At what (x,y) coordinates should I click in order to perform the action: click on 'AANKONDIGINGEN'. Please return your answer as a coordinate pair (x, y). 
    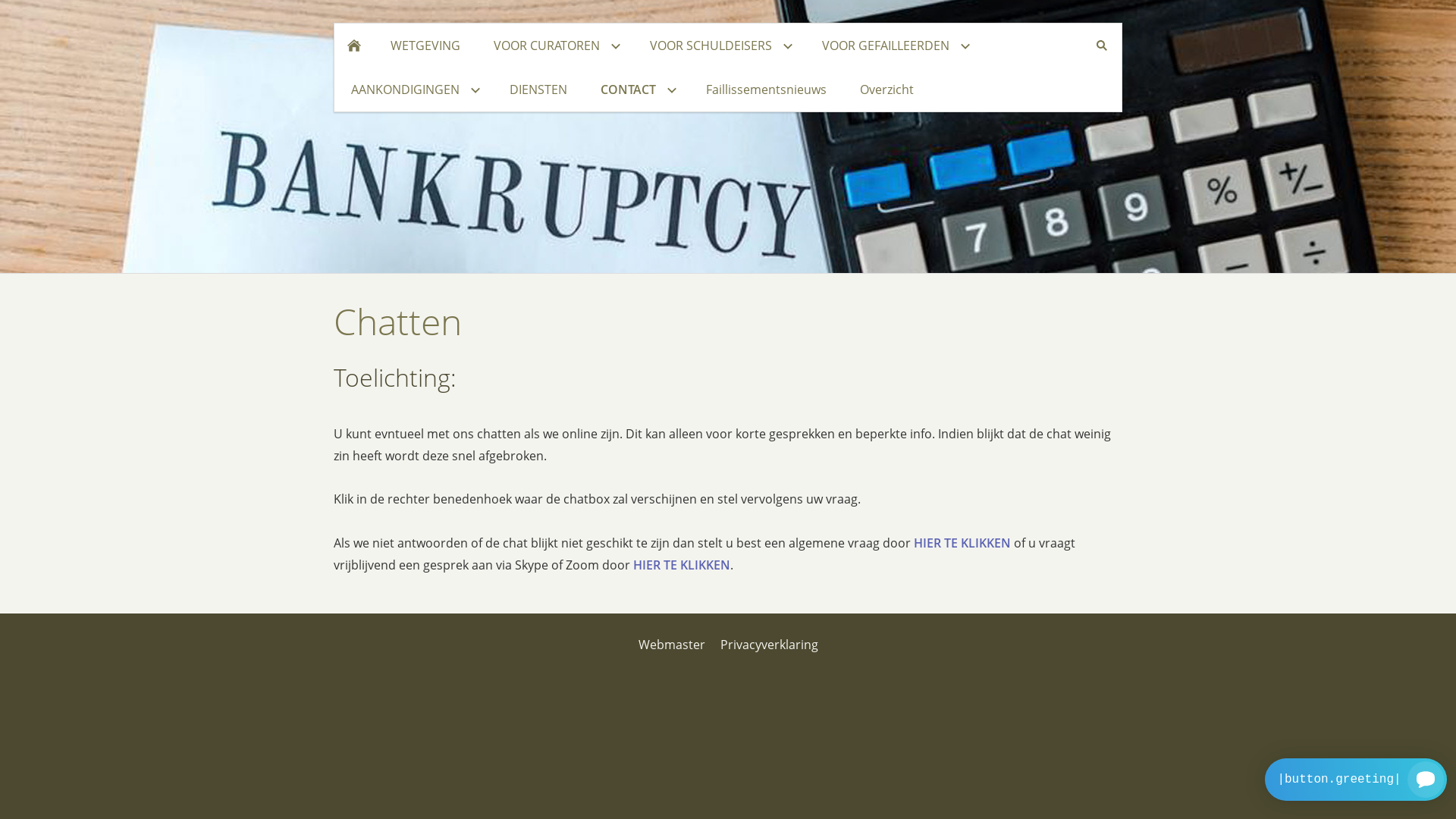
    Looking at the image, I should click on (413, 89).